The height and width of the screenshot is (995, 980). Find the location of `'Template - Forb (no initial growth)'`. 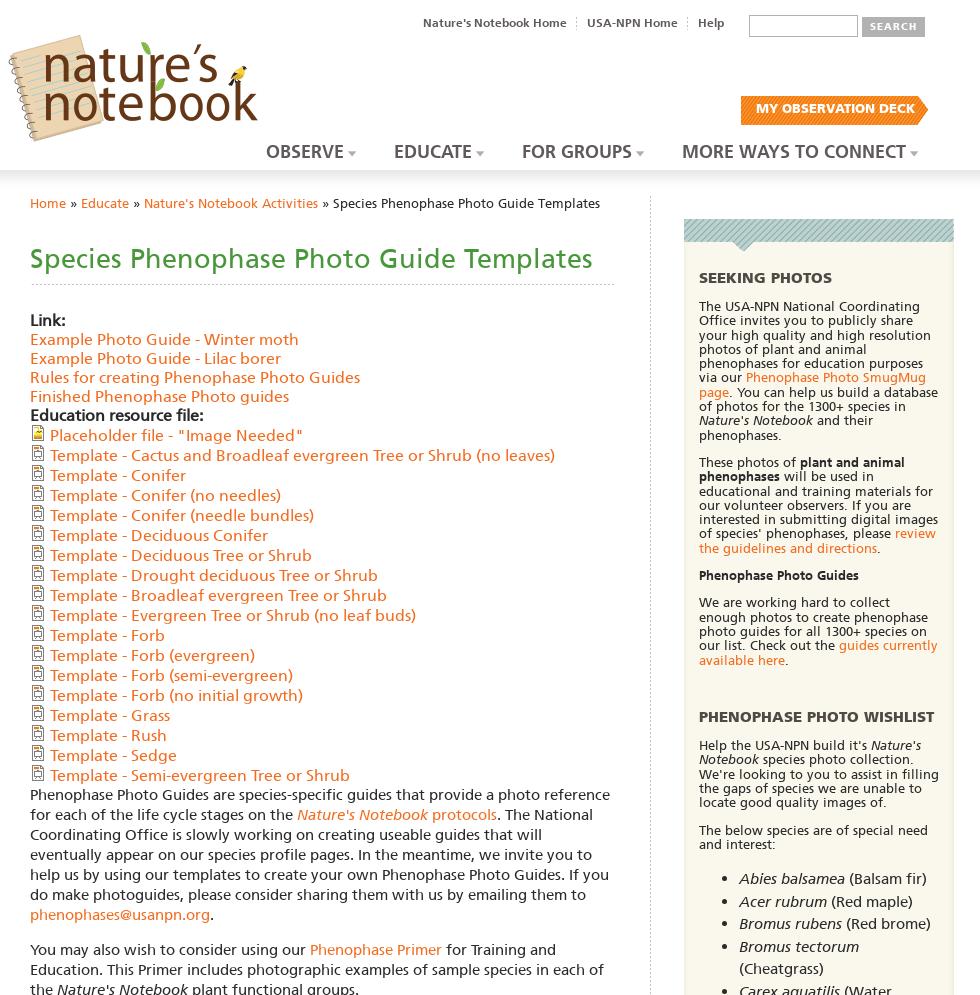

'Template - Forb (no initial growth)' is located at coordinates (176, 694).